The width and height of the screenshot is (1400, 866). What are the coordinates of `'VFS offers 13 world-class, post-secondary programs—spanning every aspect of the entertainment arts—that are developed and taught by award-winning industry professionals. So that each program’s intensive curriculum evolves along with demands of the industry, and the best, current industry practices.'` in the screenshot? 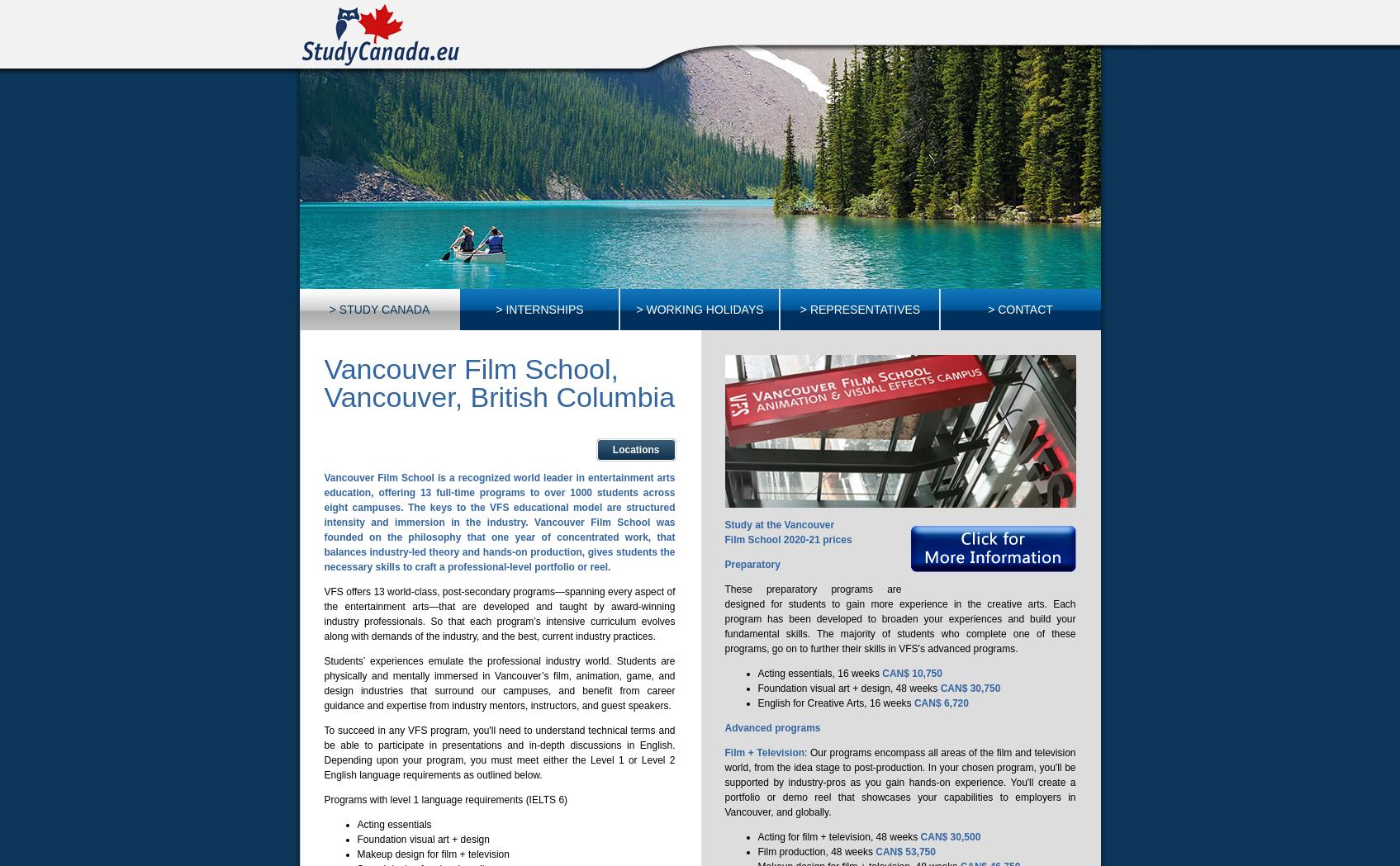 It's located at (498, 613).